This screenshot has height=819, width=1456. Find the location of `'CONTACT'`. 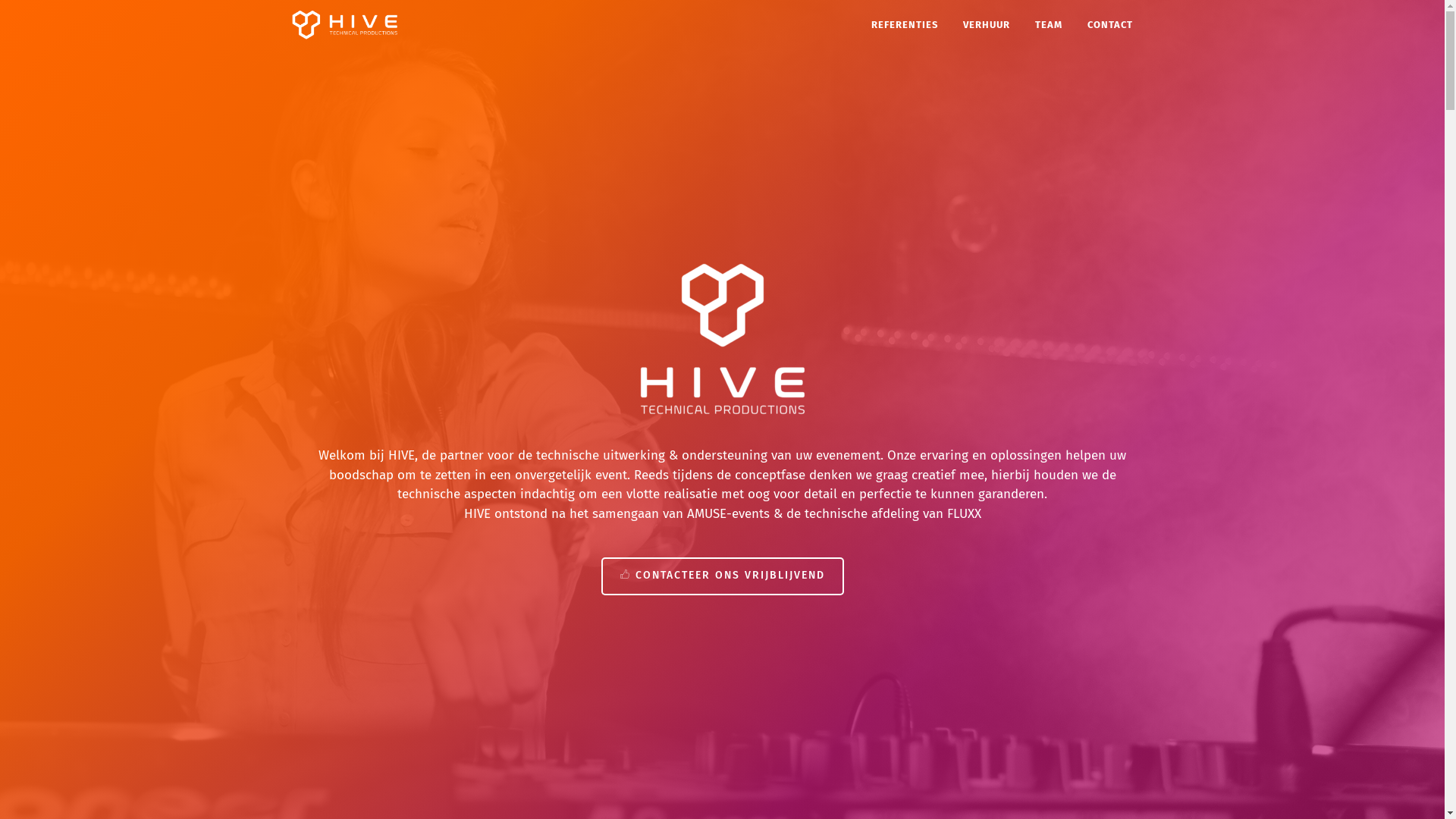

'CONTACT' is located at coordinates (1110, 24).